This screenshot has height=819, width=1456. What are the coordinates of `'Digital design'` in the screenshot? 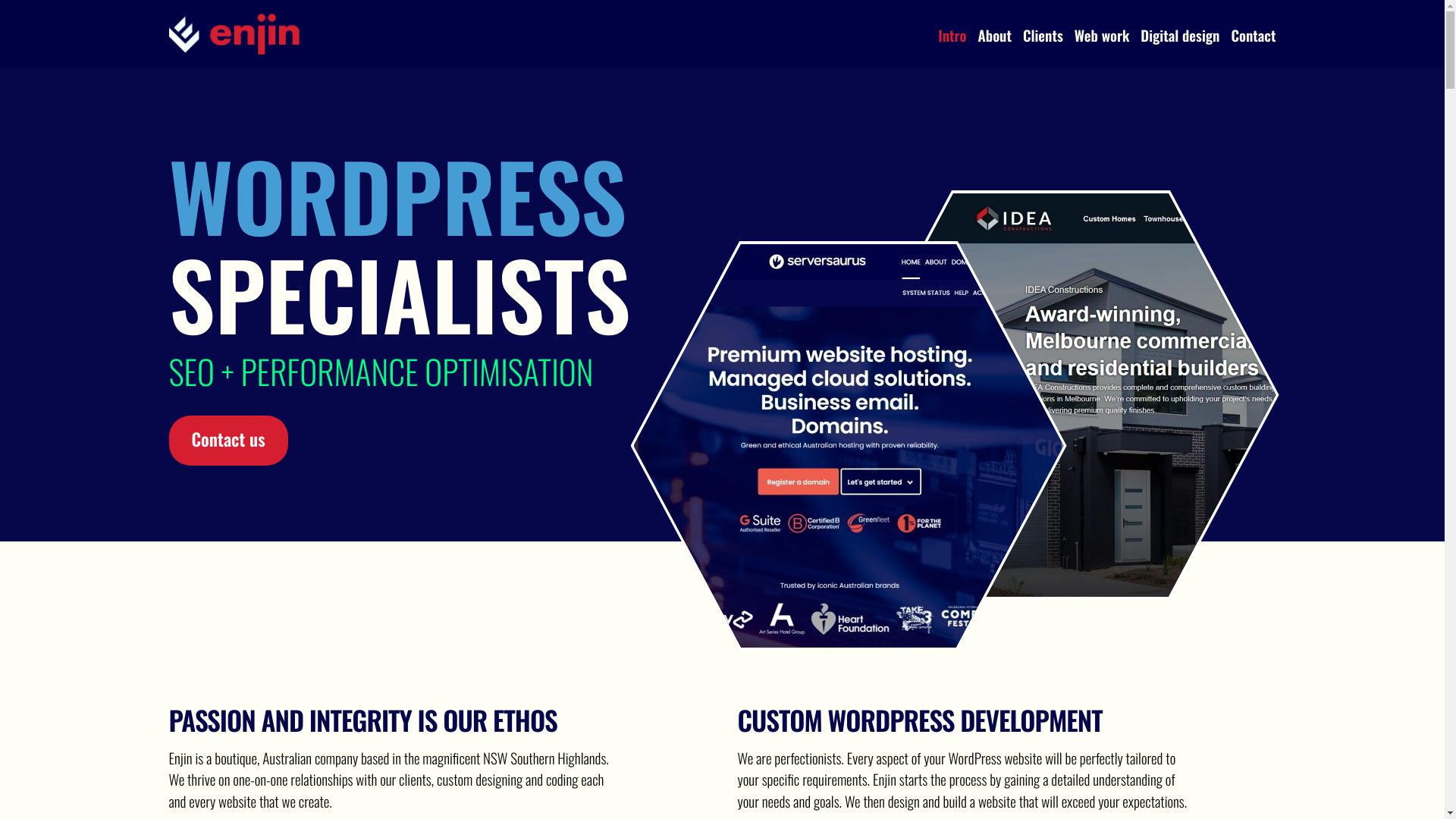 It's located at (1178, 35).